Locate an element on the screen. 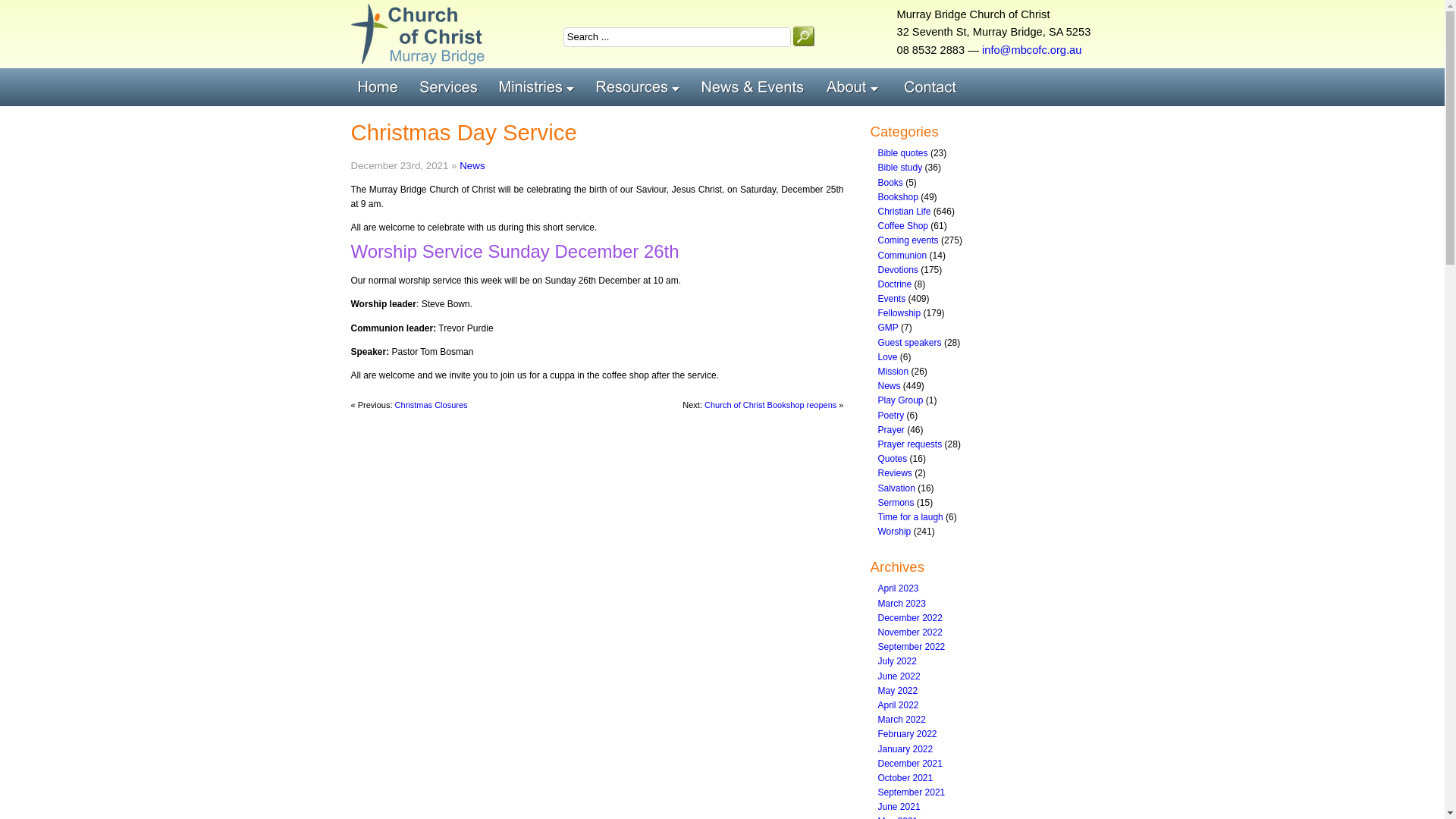 The width and height of the screenshot is (1456, 819). 'News' is located at coordinates (471, 165).